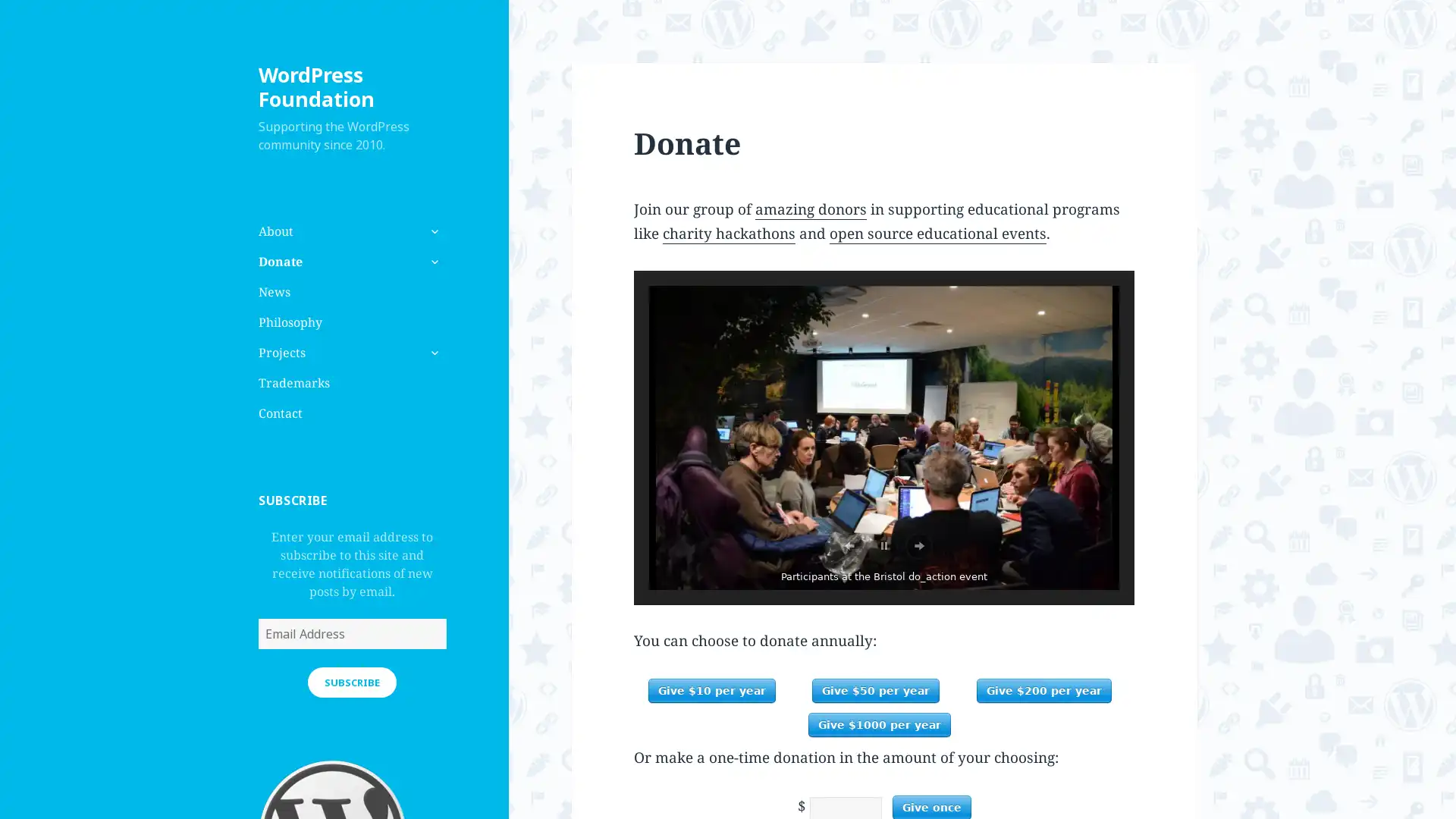 The width and height of the screenshot is (1456, 819). I want to click on Give $1000 per year, so click(880, 724).